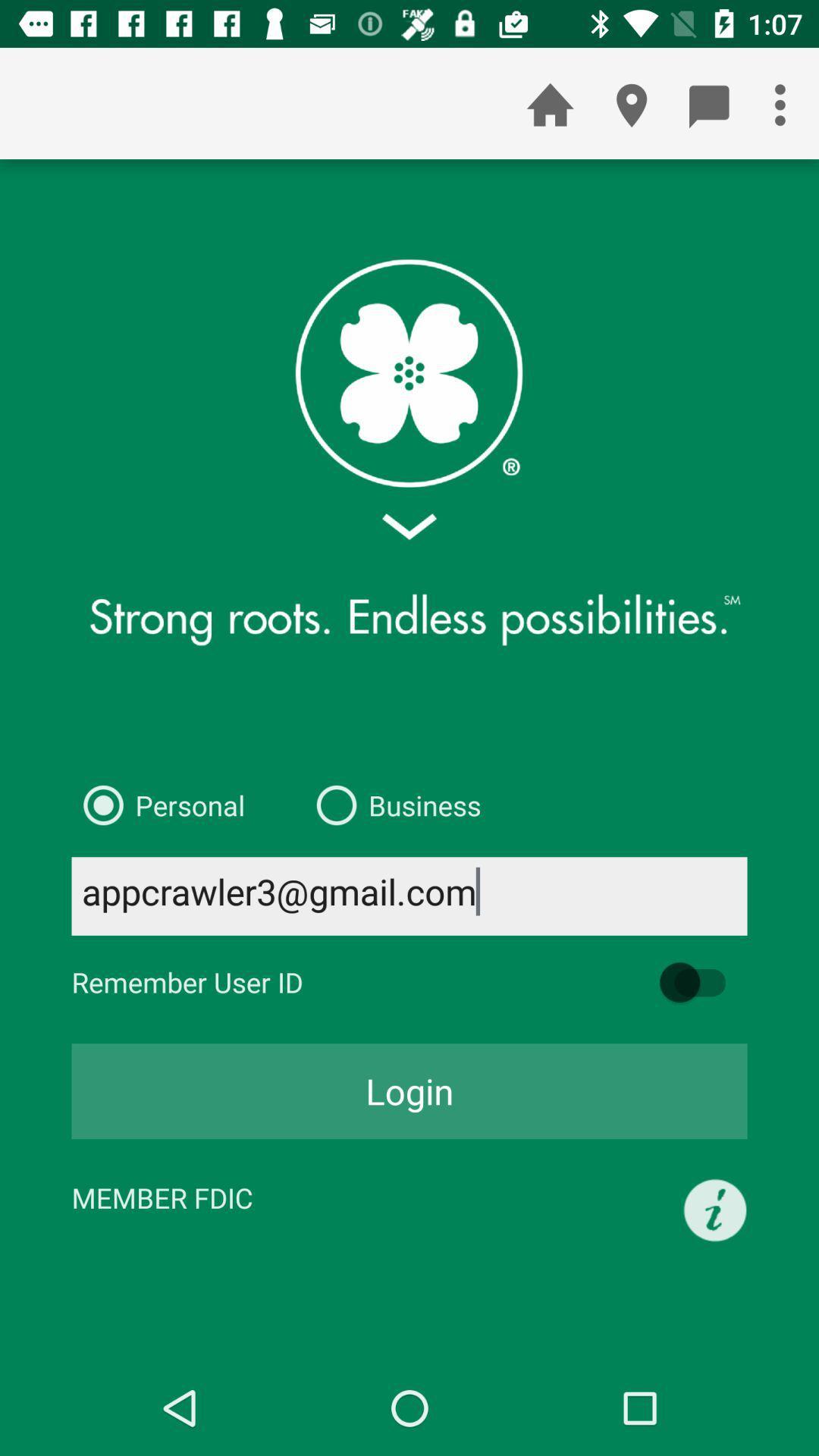  What do you see at coordinates (715, 1210) in the screenshot?
I see `the icon to the right of the member fdic icon` at bounding box center [715, 1210].